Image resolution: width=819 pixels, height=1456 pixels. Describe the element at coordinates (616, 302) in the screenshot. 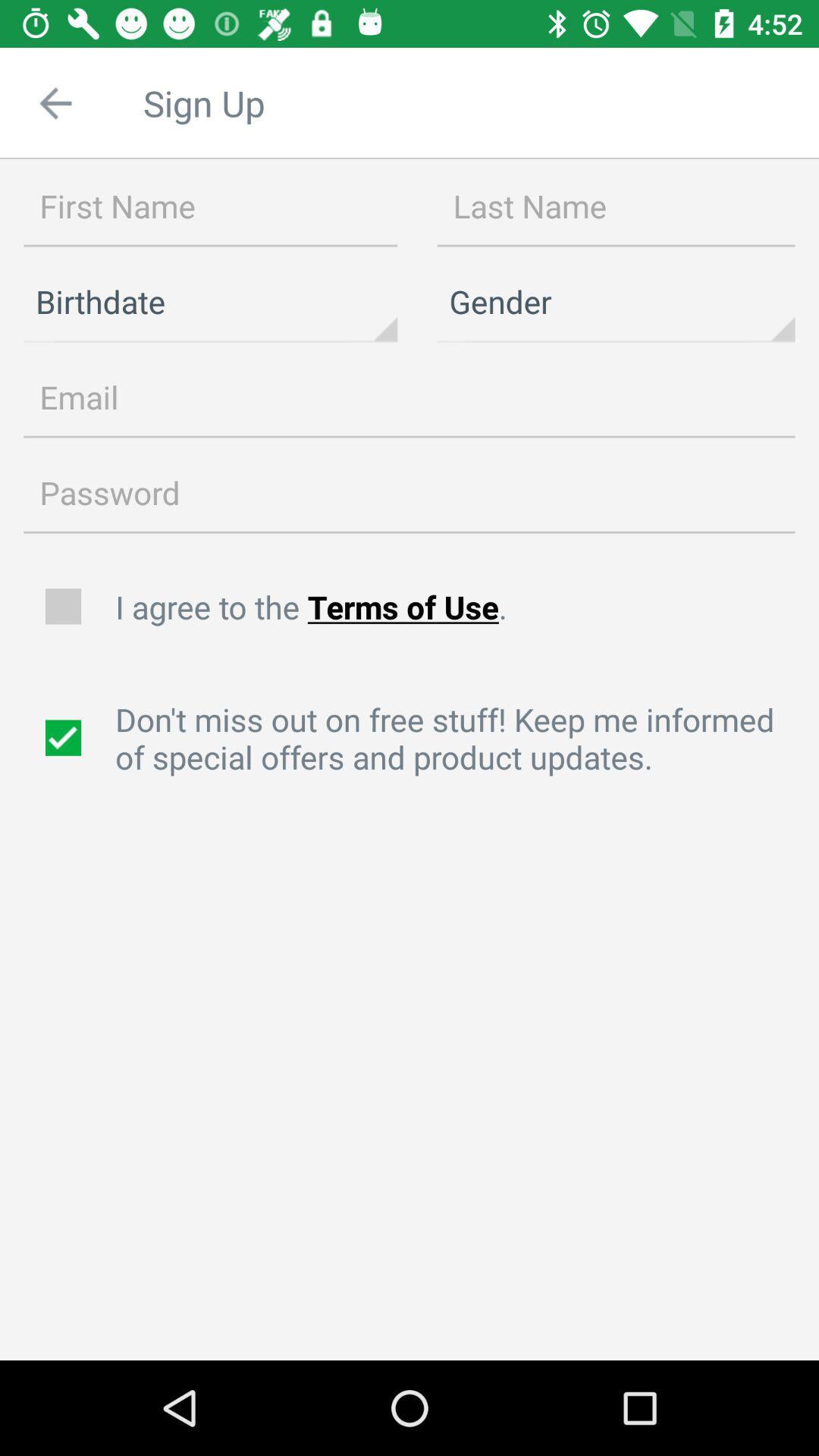

I see `gender item` at that location.